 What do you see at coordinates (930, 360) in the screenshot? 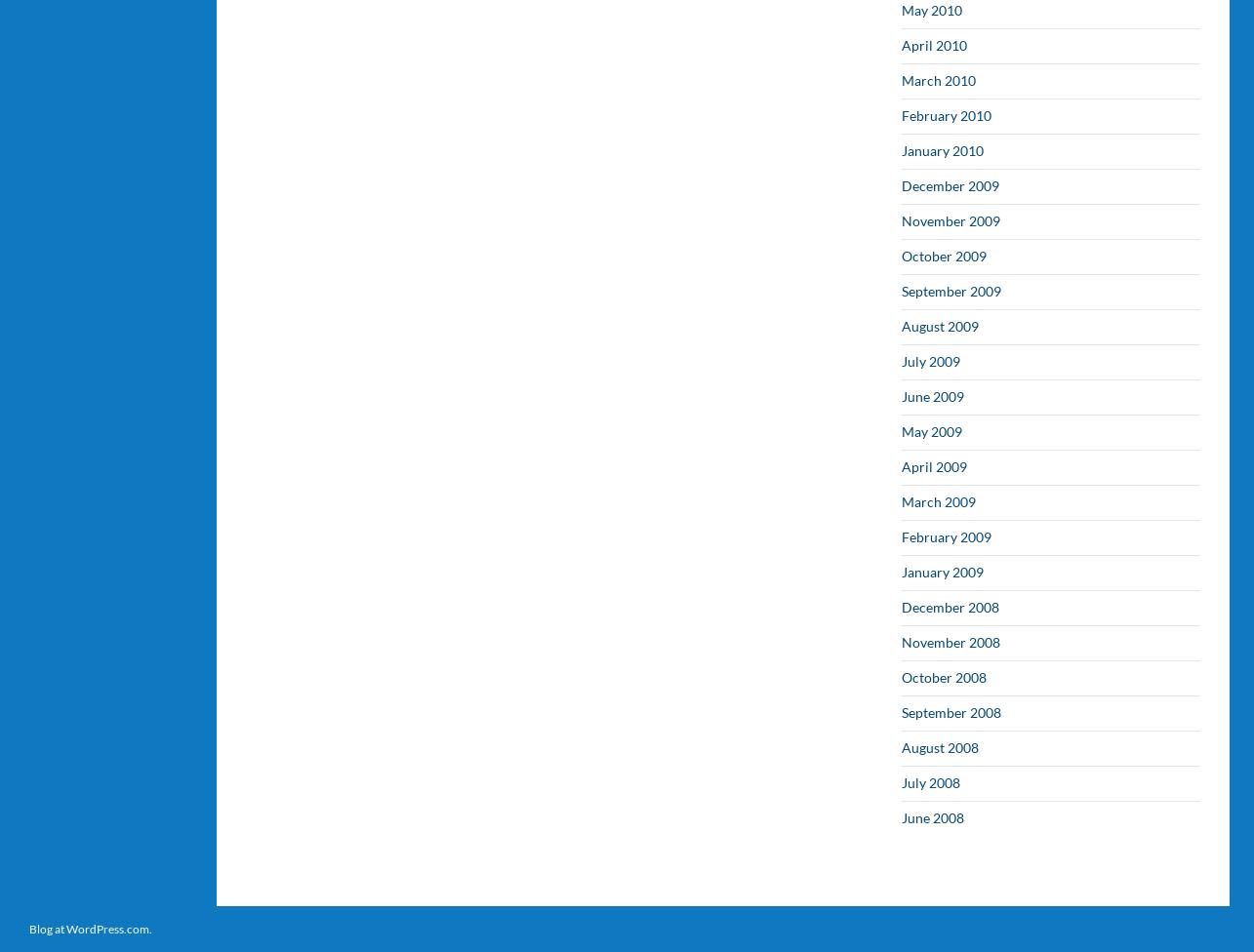
I see `'July 2009'` at bounding box center [930, 360].